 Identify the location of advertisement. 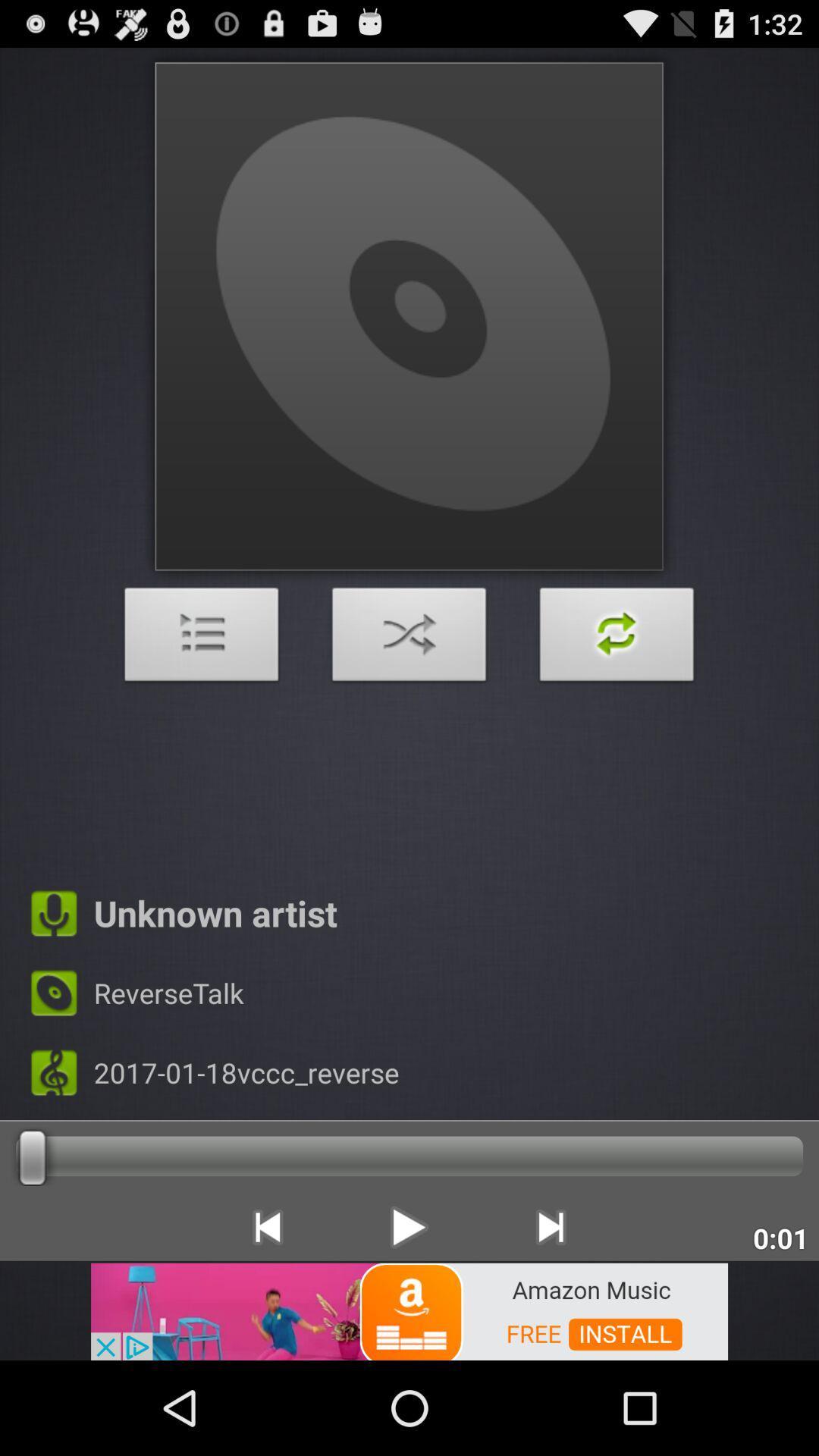
(409, 1310).